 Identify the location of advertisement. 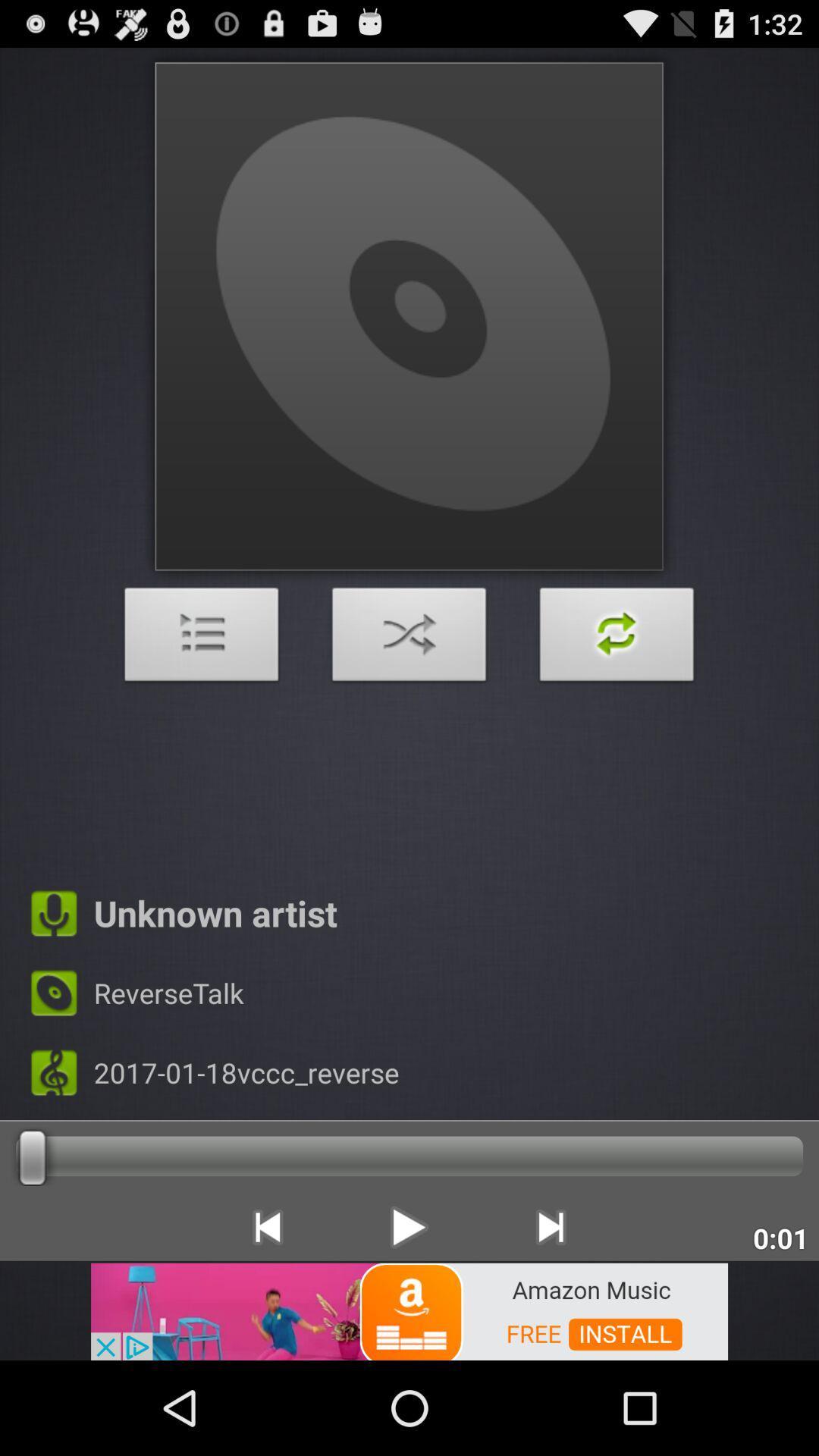
(409, 1310).